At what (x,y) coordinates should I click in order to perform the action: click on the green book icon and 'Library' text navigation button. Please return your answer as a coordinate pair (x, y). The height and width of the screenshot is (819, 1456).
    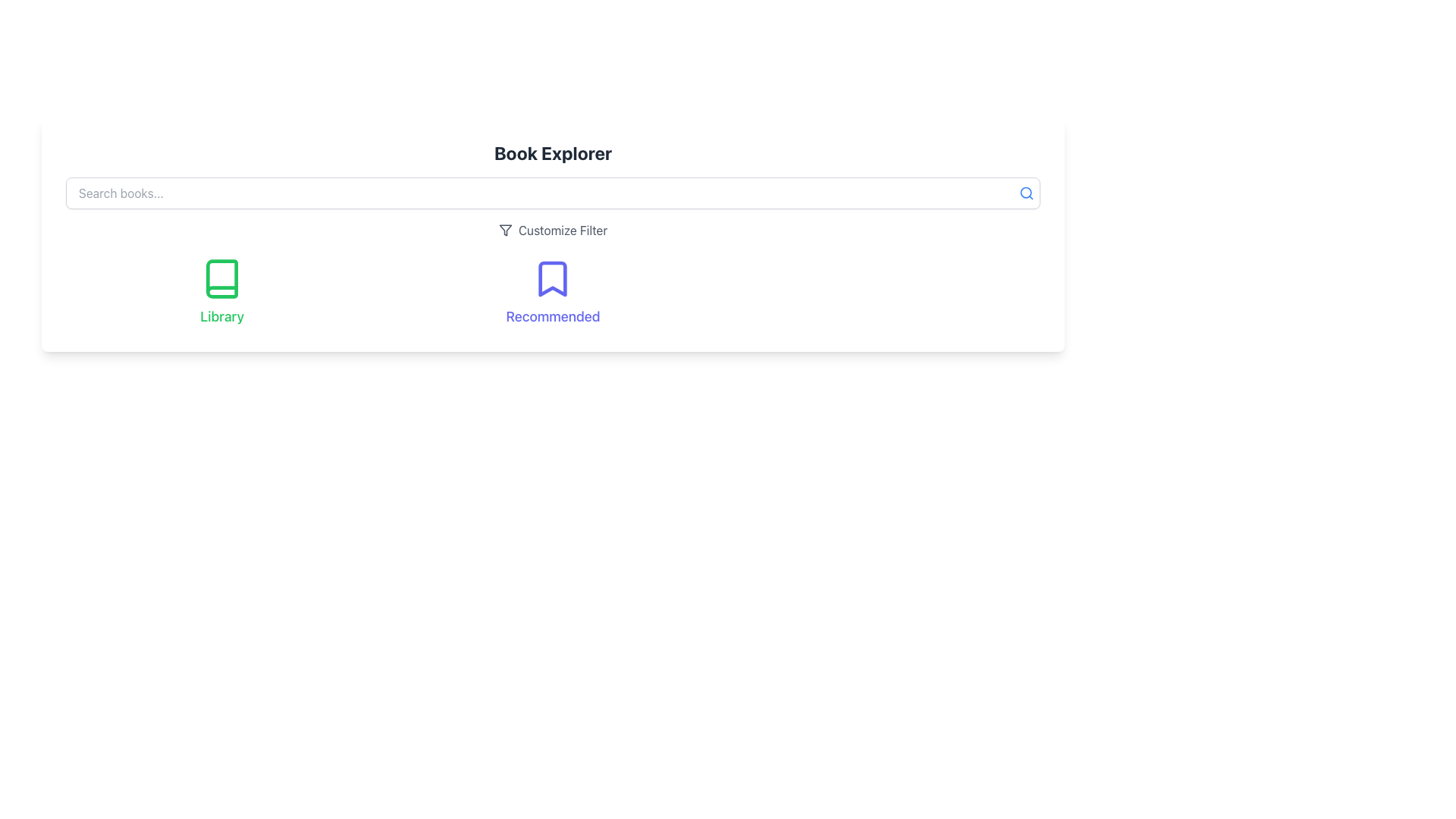
    Looking at the image, I should click on (221, 292).